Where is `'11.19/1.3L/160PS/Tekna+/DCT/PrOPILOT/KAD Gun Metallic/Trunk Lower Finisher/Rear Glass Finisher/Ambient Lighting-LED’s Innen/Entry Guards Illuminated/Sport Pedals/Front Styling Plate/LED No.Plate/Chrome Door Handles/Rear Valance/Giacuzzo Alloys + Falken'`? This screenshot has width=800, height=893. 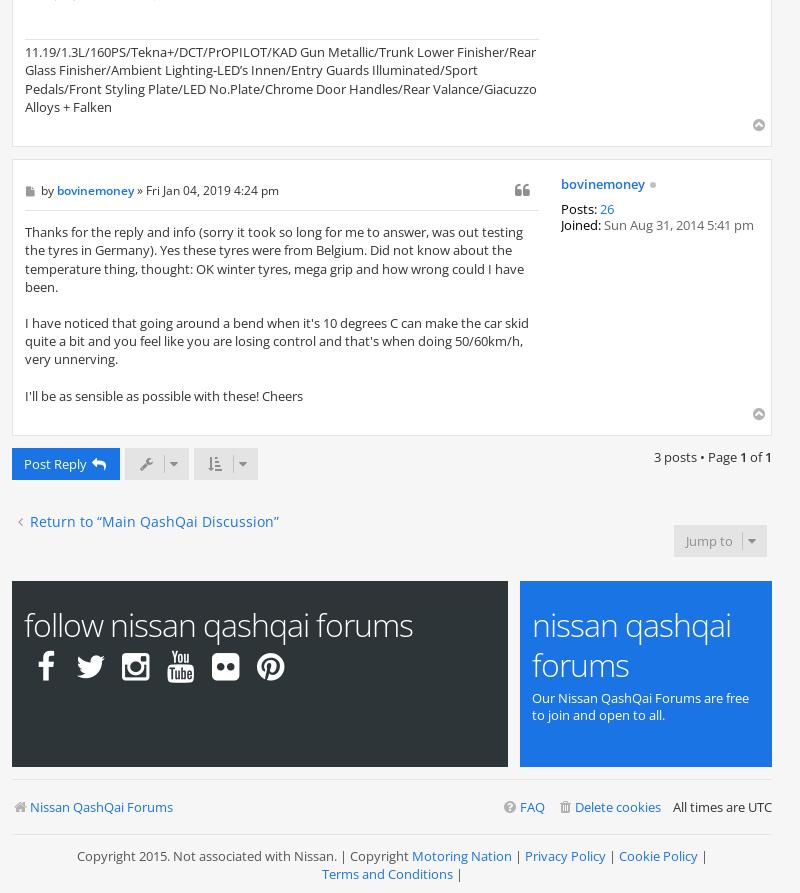
'11.19/1.3L/160PS/Tekna+/DCT/PrOPILOT/KAD Gun Metallic/Trunk Lower Finisher/Rear Glass Finisher/Ambient Lighting-LED’s Innen/Entry Guards Illuminated/Sport Pedals/Front Styling Plate/LED No.Plate/Chrome Door Handles/Rear Valance/Giacuzzo Alloys + Falken' is located at coordinates (24, 79).